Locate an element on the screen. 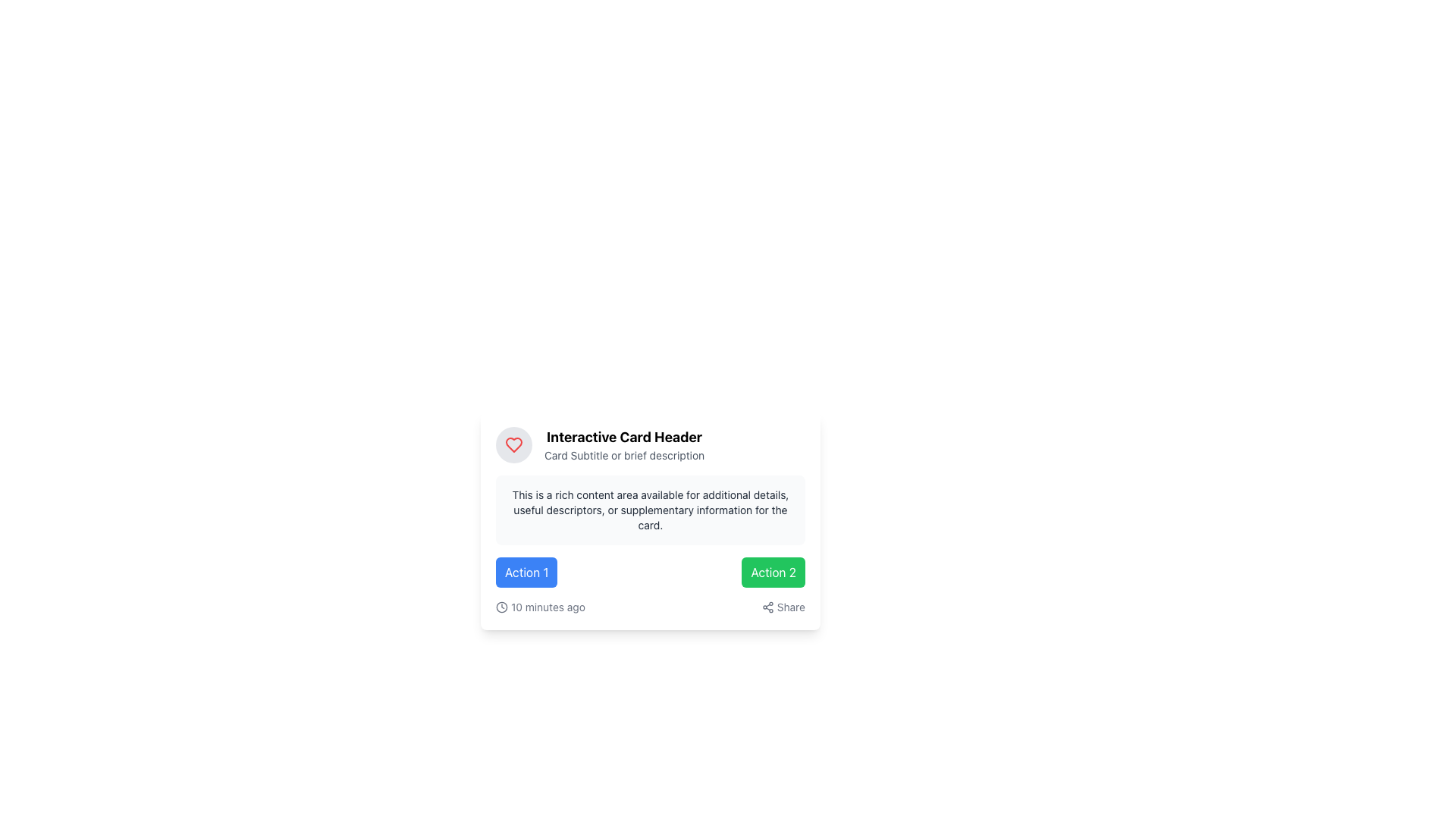 The height and width of the screenshot is (819, 1456). the icon located at the top-left corner of the card component, adjacent to the 'Interactive Card Header', which signifies favorites or emotional emphasis is located at coordinates (513, 444).